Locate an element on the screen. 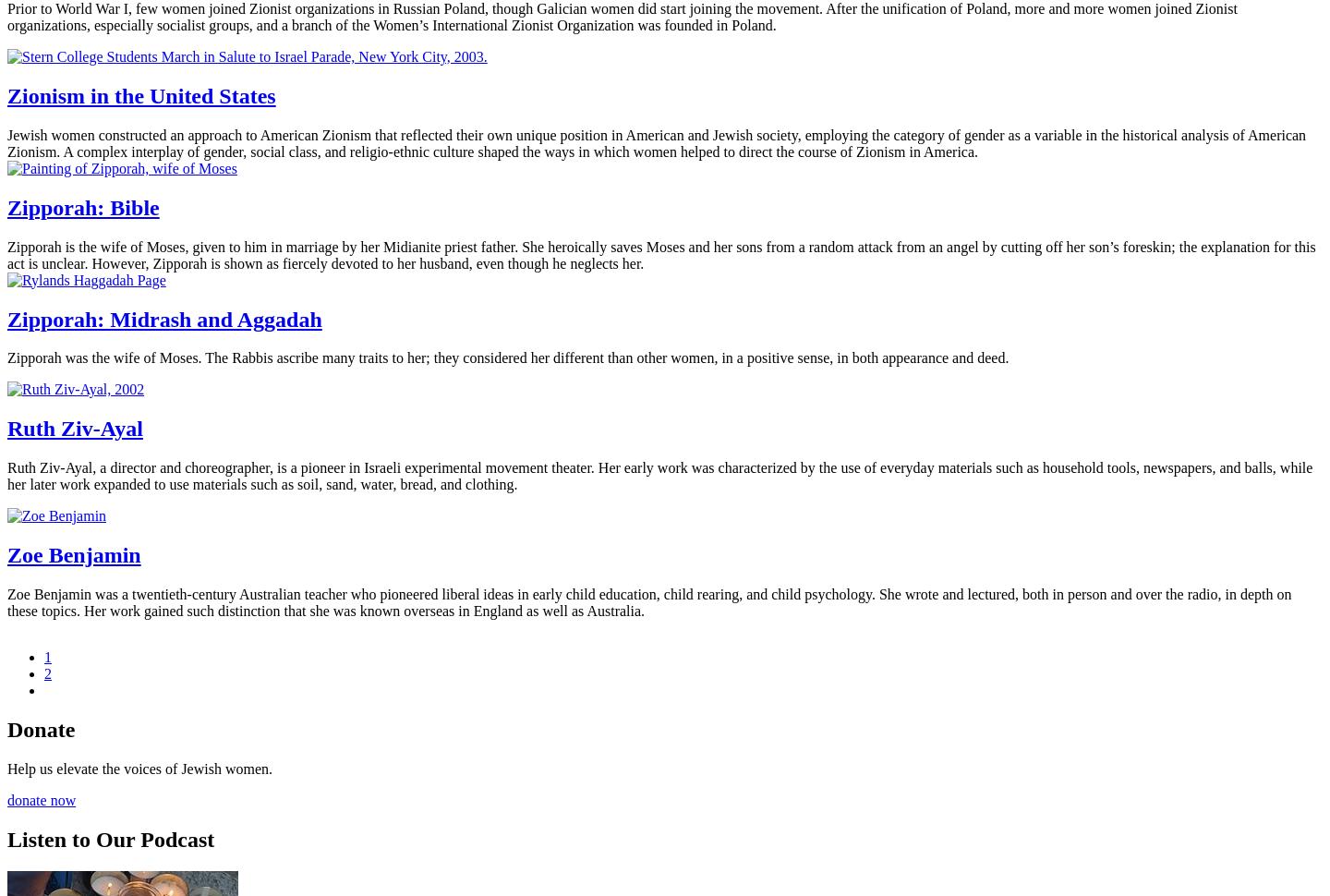  'Zionism in the United States' is located at coordinates (139, 95).